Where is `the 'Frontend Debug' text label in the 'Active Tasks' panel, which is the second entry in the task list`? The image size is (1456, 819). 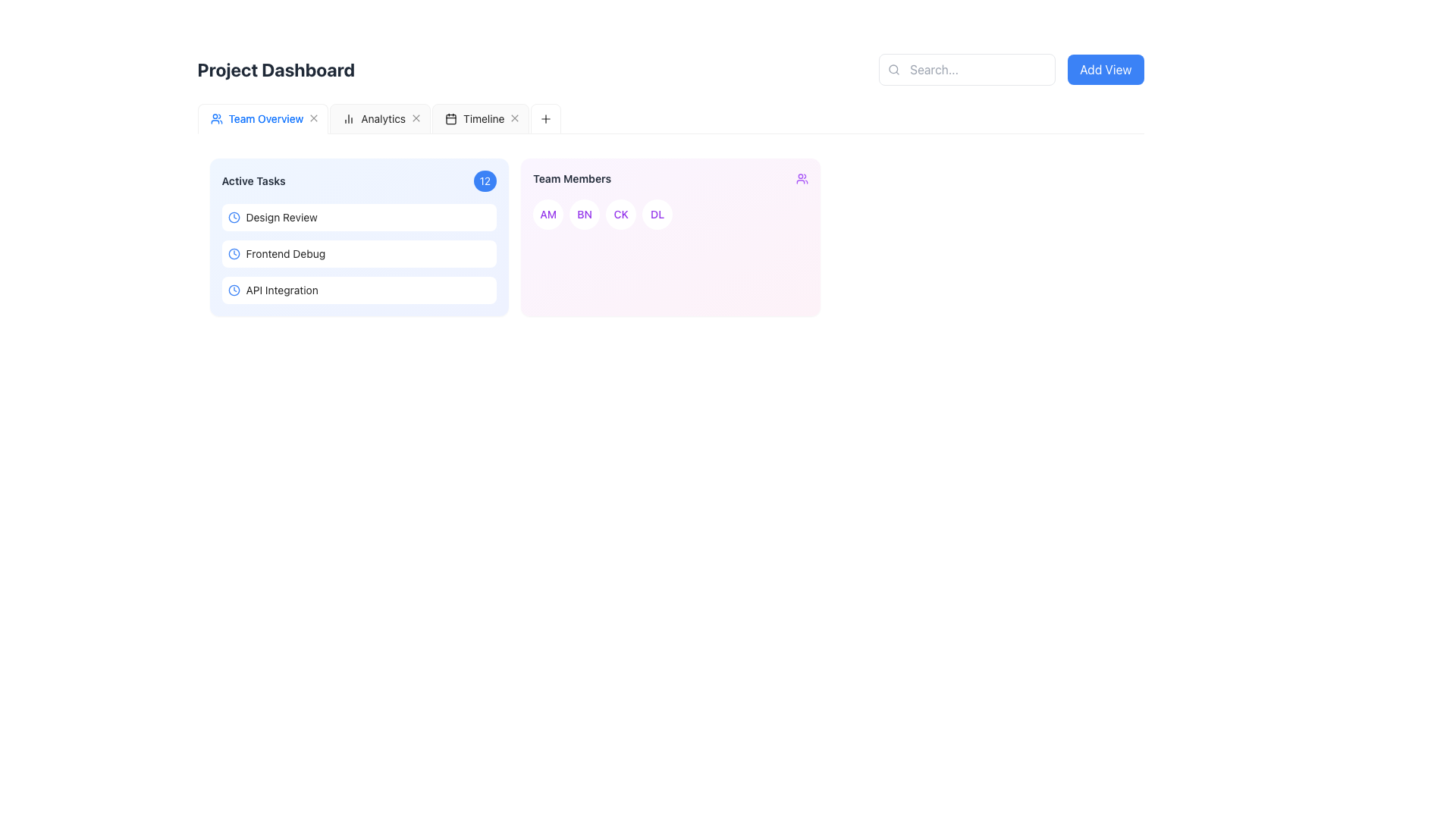
the 'Frontend Debug' text label in the 'Active Tasks' panel, which is the second entry in the task list is located at coordinates (285, 253).